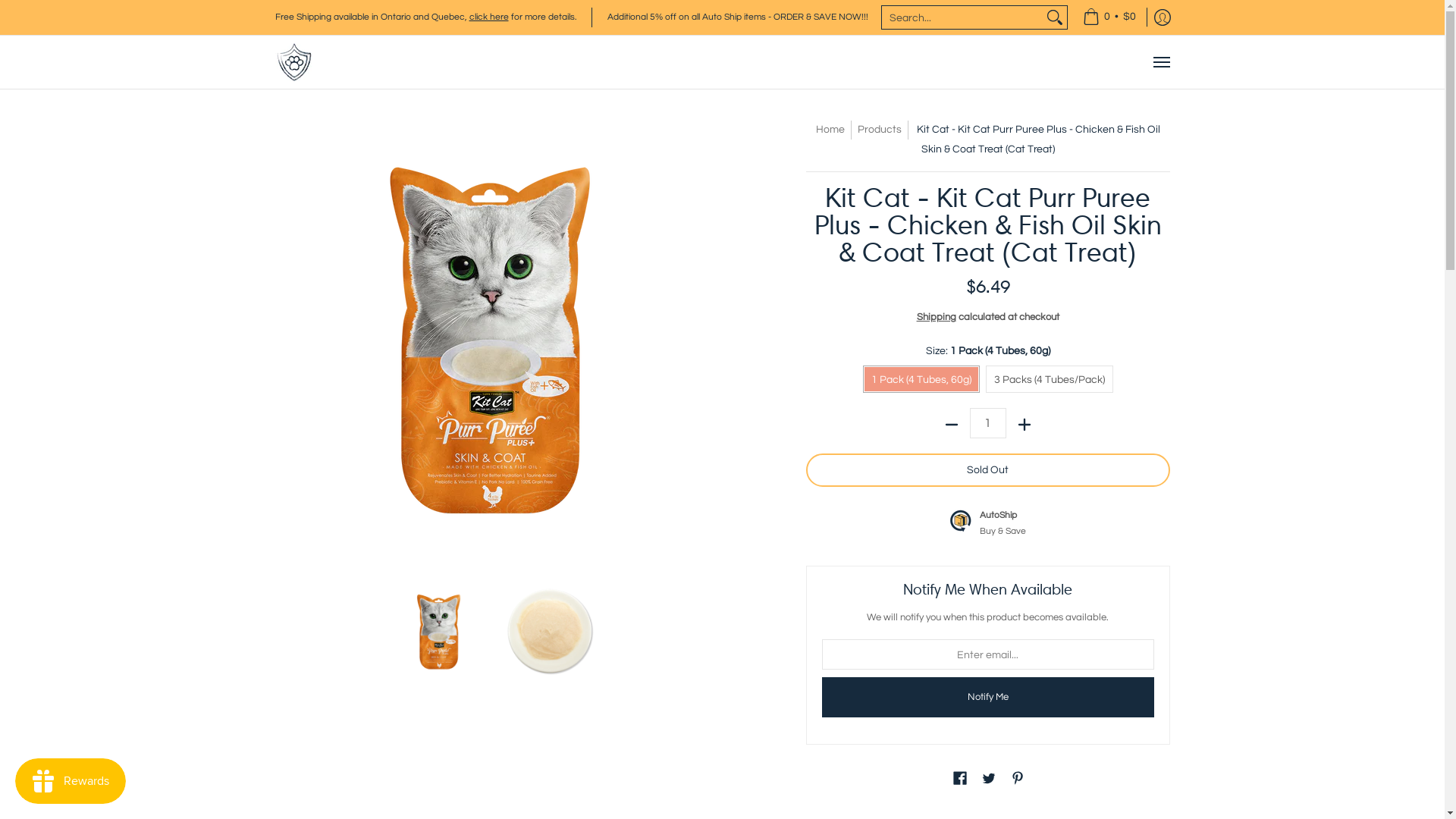 The height and width of the screenshot is (819, 1456). What do you see at coordinates (14, 780) in the screenshot?
I see `'Smile.io Rewards Program Launcher'` at bounding box center [14, 780].